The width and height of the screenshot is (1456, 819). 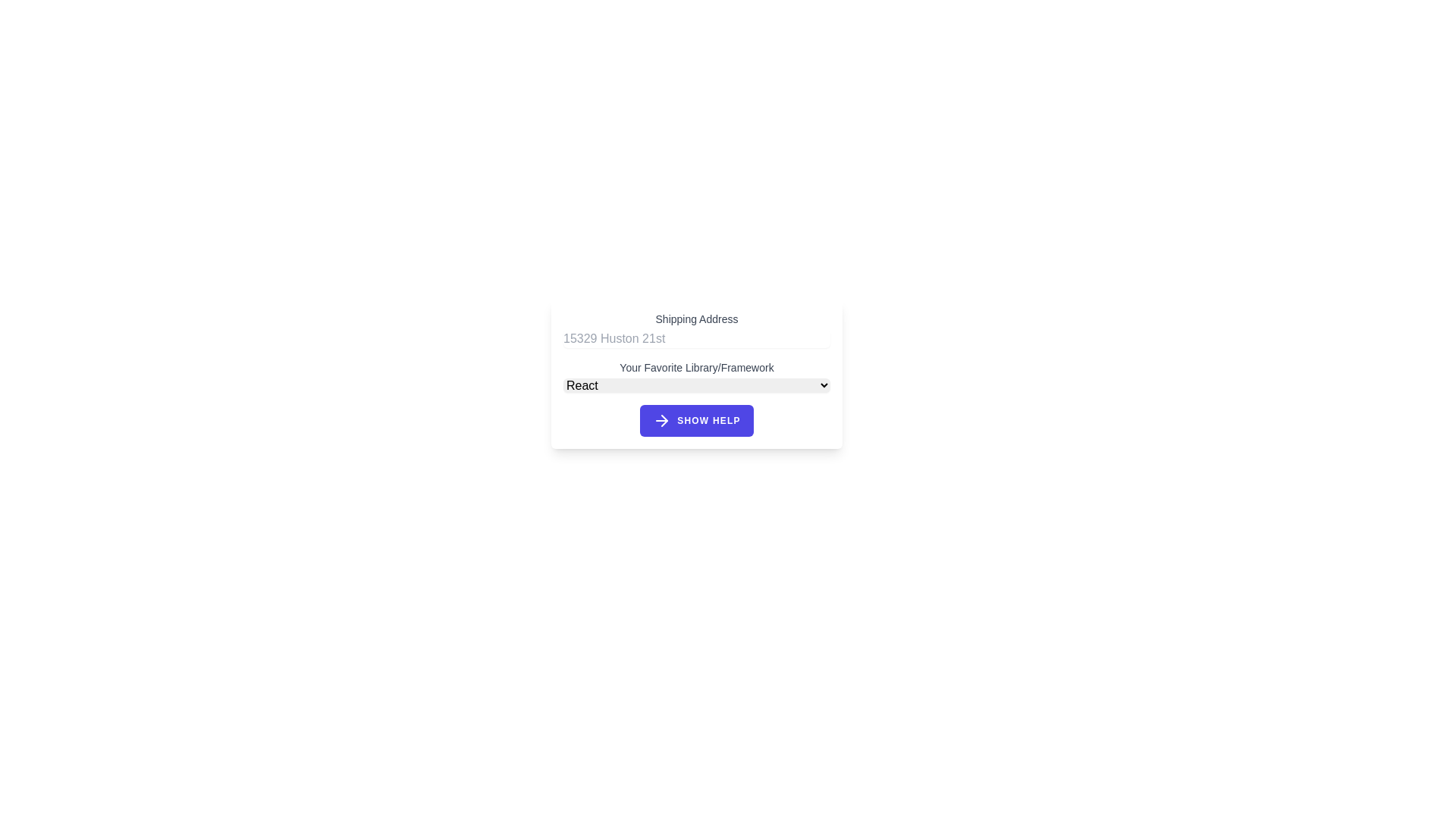 What do you see at coordinates (695, 368) in the screenshot?
I see `the Text label that provides a descriptor for the dropdown menu below it, which displays 'React'` at bounding box center [695, 368].